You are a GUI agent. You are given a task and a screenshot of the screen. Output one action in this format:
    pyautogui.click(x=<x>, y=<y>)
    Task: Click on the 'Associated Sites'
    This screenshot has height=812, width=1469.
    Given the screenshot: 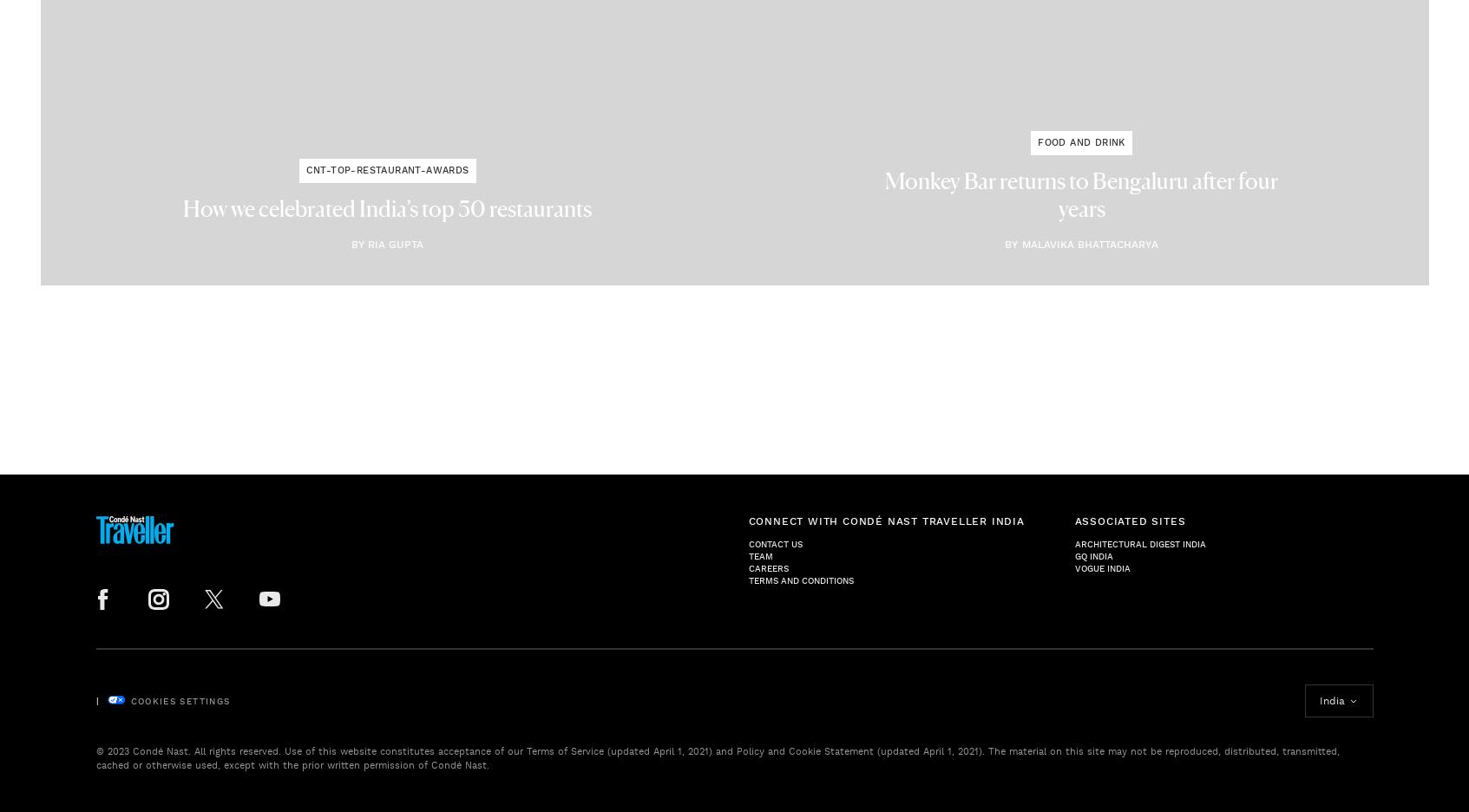 What is the action you would take?
    pyautogui.click(x=1129, y=520)
    